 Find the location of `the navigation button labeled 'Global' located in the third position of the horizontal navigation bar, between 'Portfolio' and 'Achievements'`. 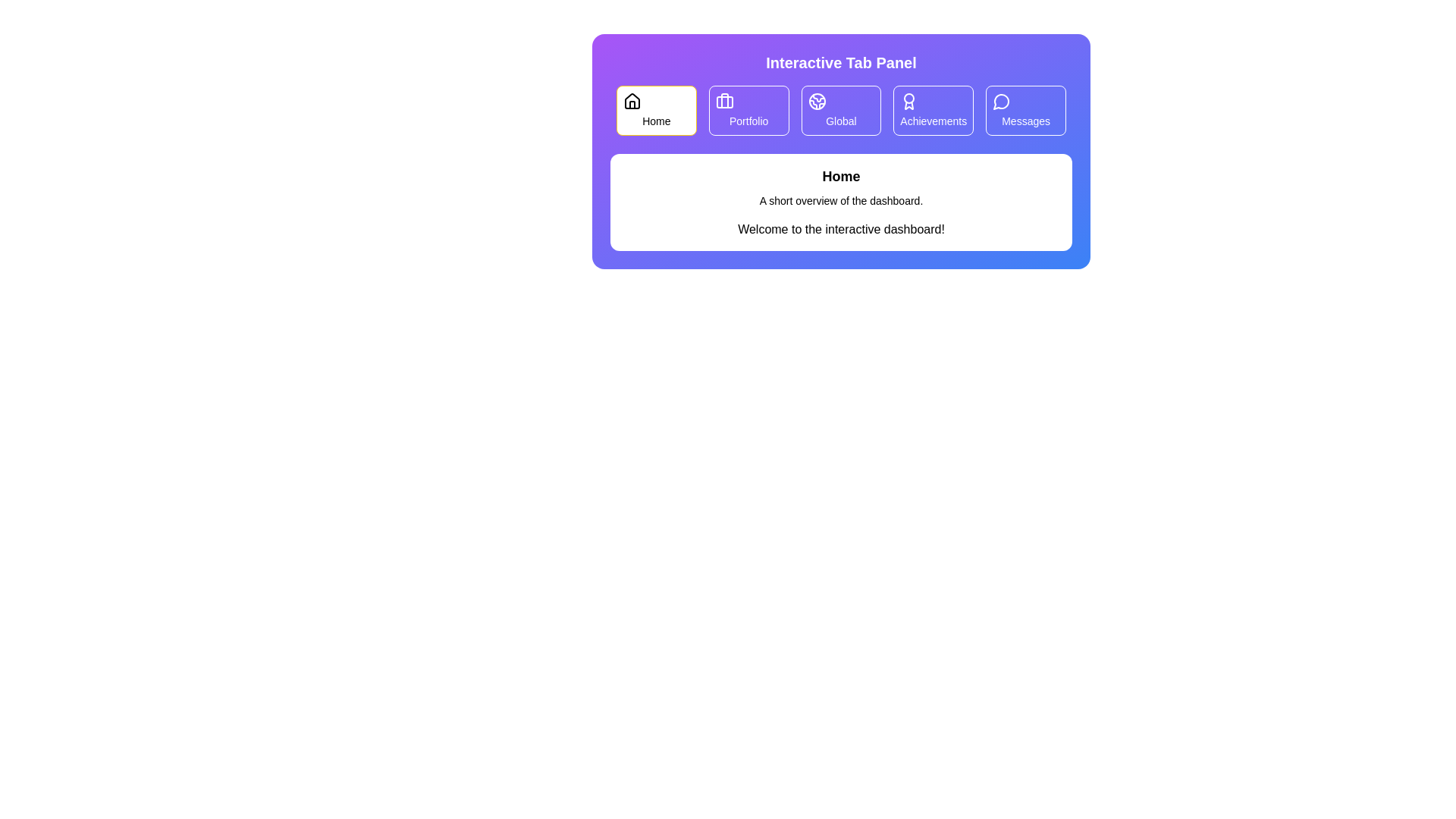

the navigation button labeled 'Global' located in the third position of the horizontal navigation bar, between 'Portfolio' and 'Achievements' is located at coordinates (840, 110).